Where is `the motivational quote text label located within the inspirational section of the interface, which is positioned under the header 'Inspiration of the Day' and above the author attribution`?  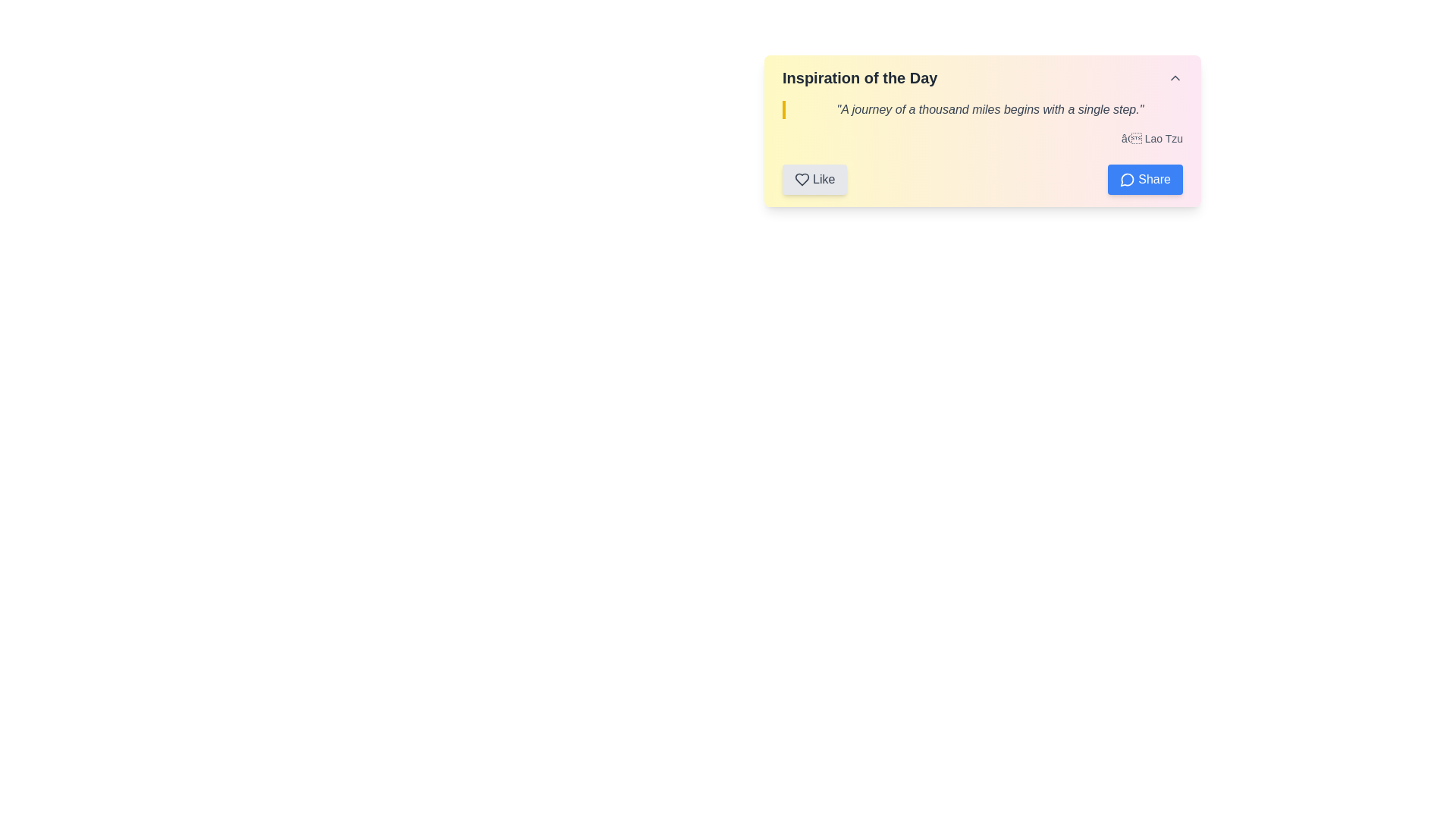
the motivational quote text label located within the inspirational section of the interface, which is positioned under the header 'Inspiration of the Day' and above the author attribution is located at coordinates (983, 109).